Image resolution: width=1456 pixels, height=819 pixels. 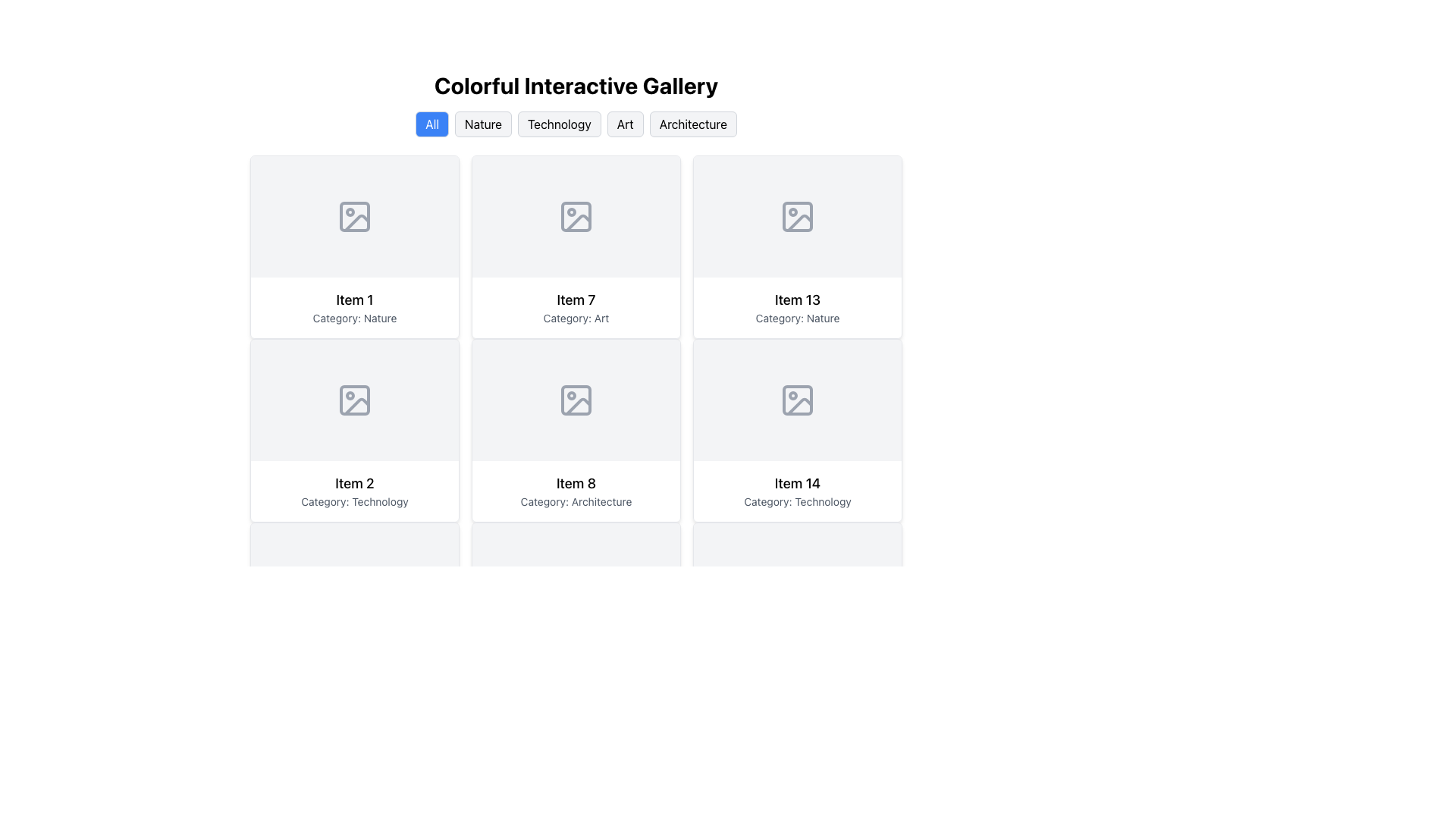 I want to click on the 'Nature' filter button located in the horizontal button group beneath the title 'Colorful Interactive Gallery' to apply the filter to the displayed gallery items, so click(x=482, y=124).